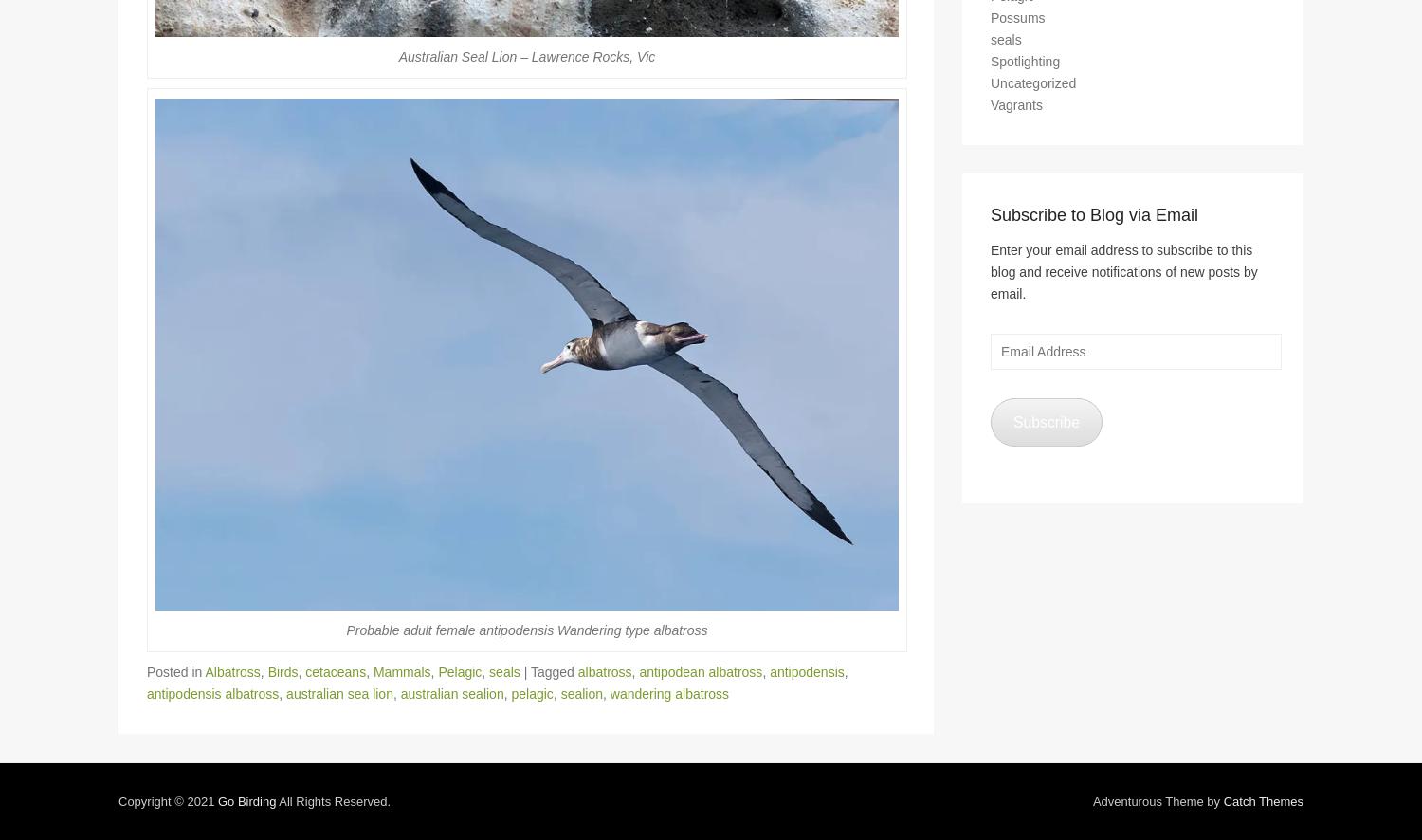 This screenshot has width=1422, height=840. What do you see at coordinates (450, 701) in the screenshot?
I see `'australian sealion'` at bounding box center [450, 701].